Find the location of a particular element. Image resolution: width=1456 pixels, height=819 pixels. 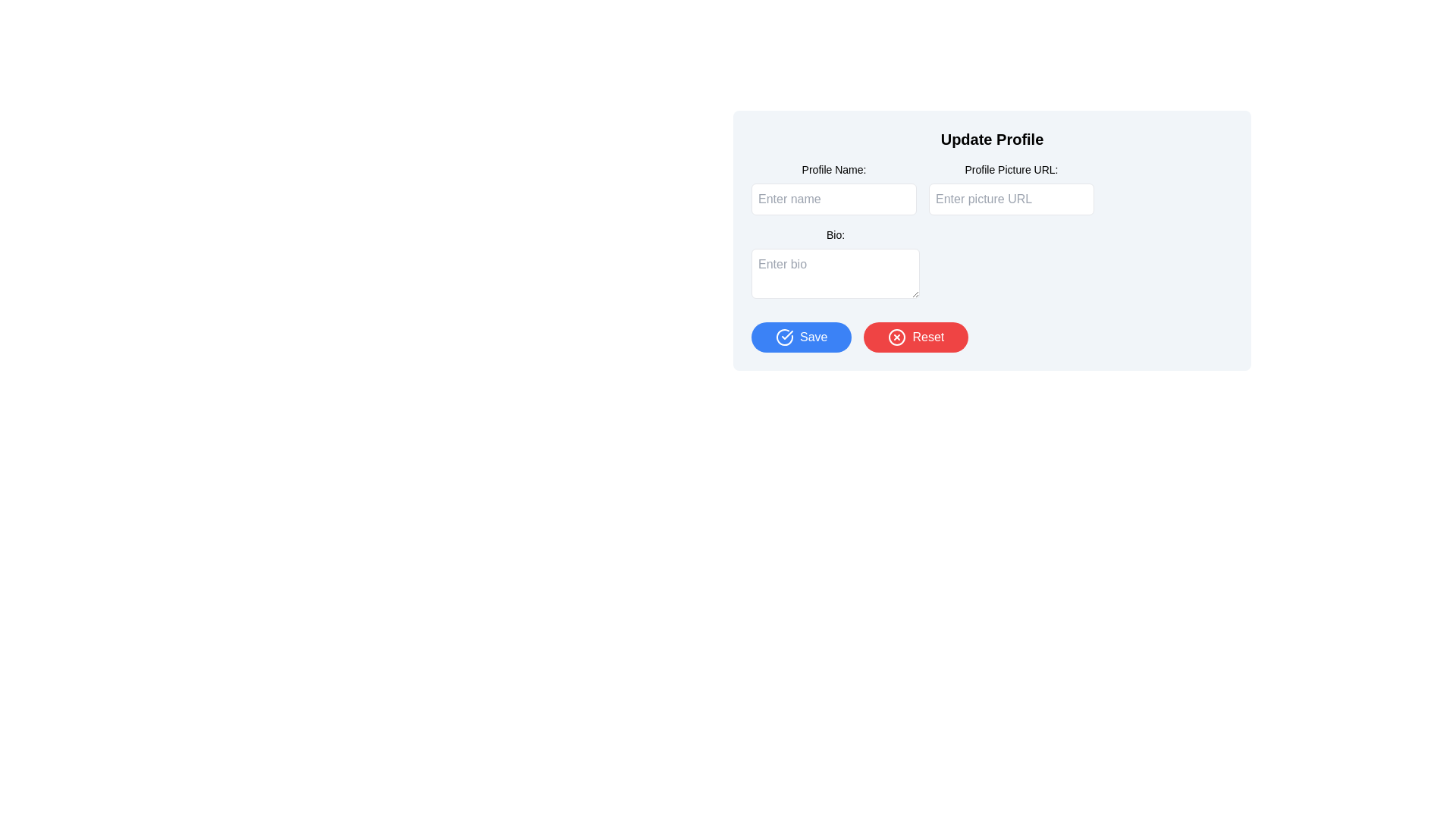

text of the 'Update Profile' label, which is a bold text element positioned at the top of its section is located at coordinates (992, 140).